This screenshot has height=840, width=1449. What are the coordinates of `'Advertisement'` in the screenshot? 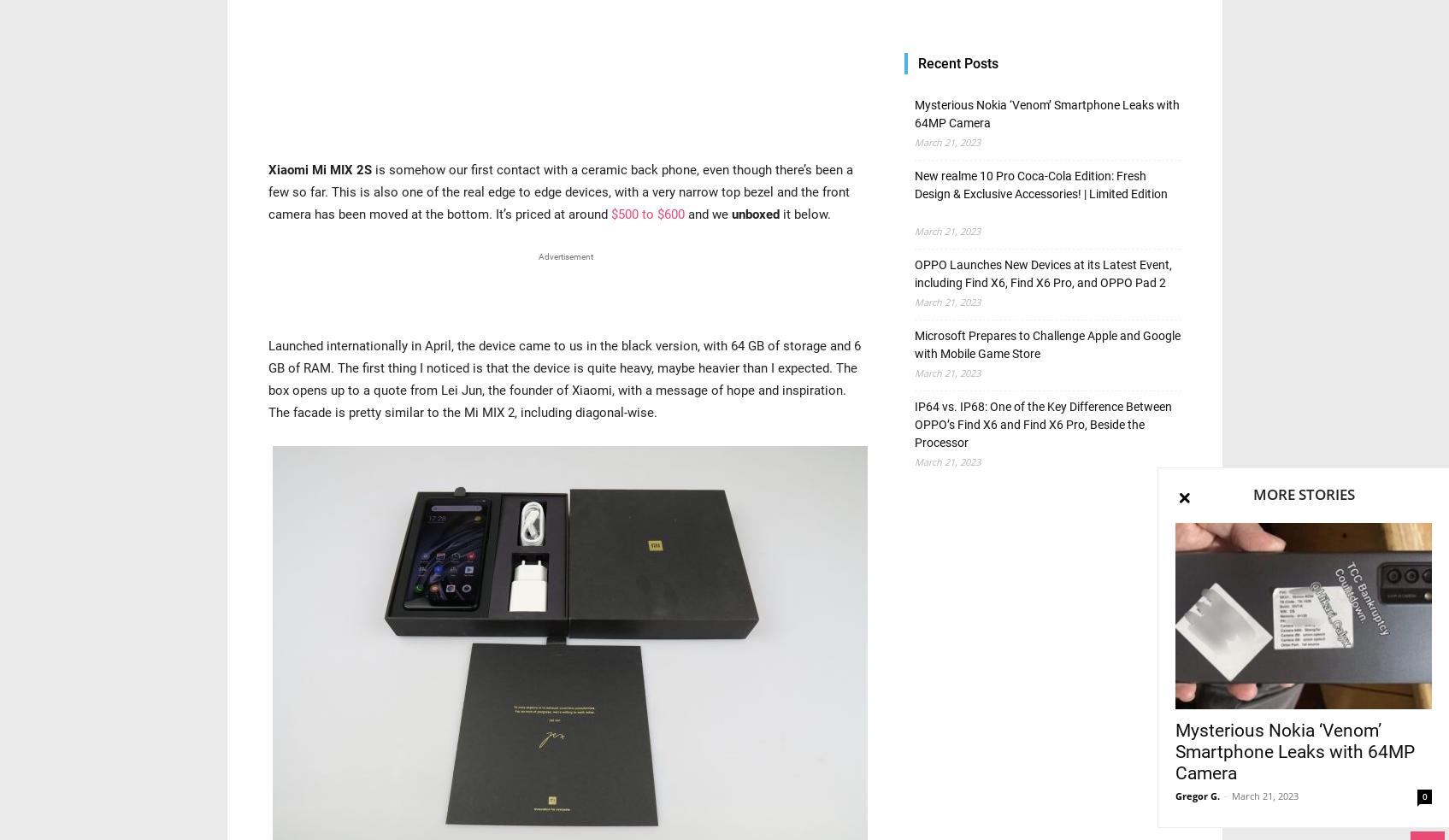 It's located at (565, 256).